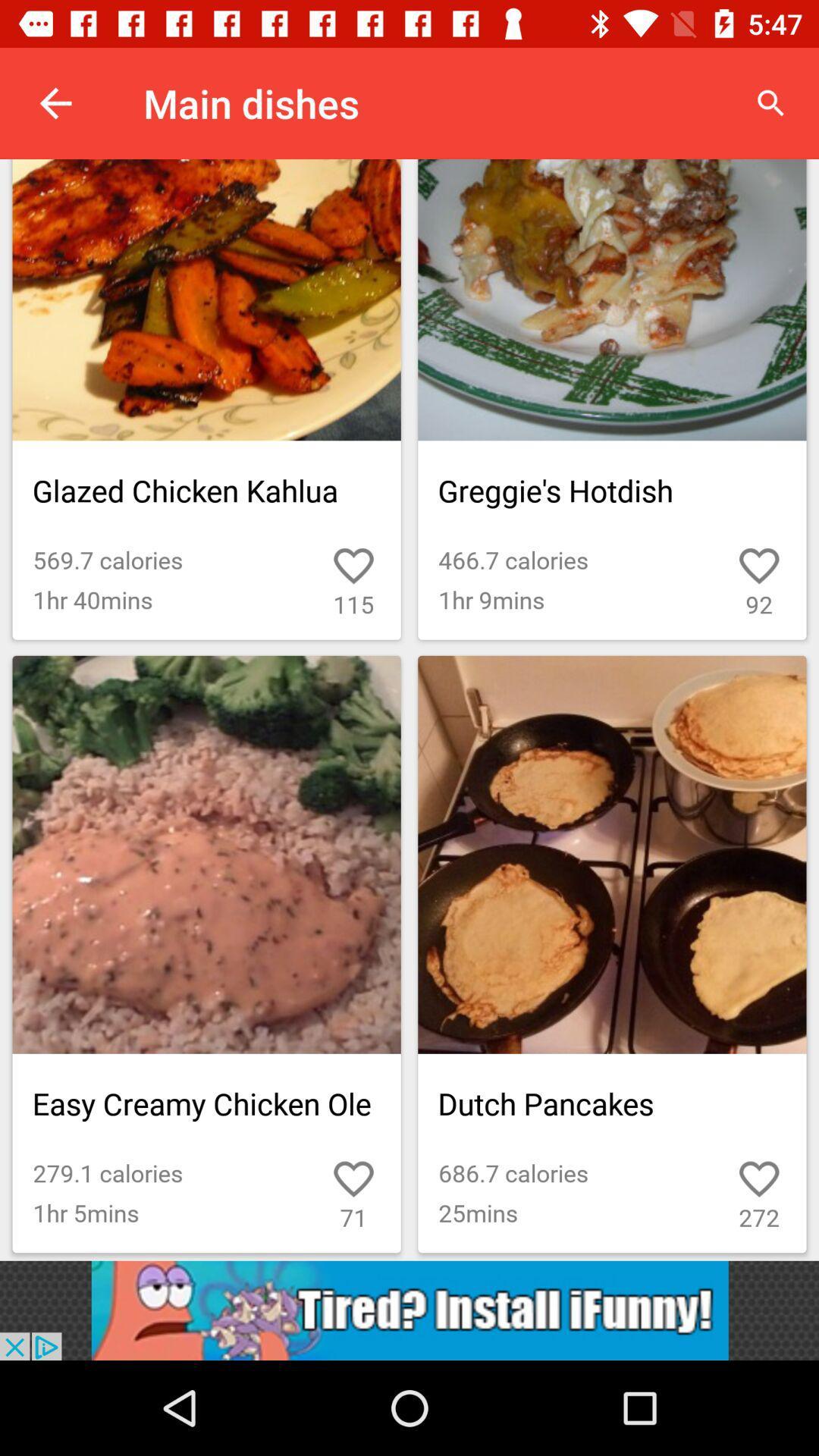 The image size is (819, 1456). Describe the element at coordinates (771, 103) in the screenshot. I see `search button` at that location.